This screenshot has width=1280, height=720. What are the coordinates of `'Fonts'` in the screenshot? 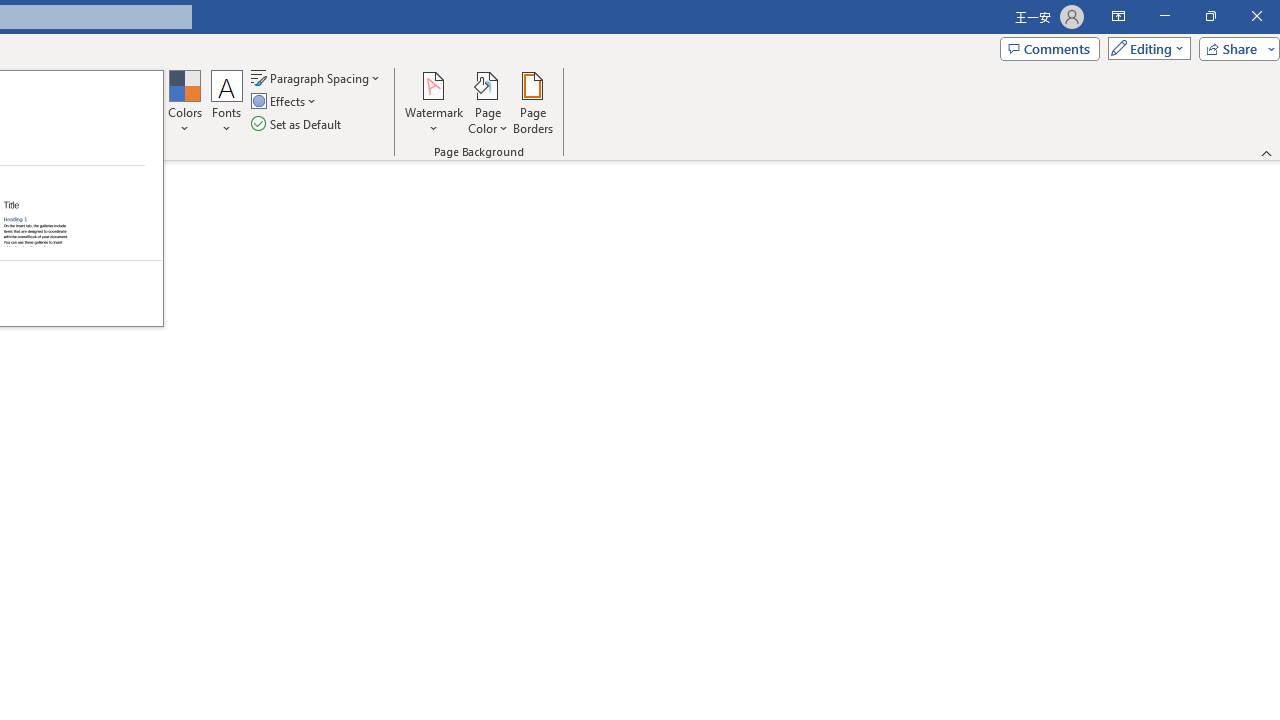 It's located at (227, 103).